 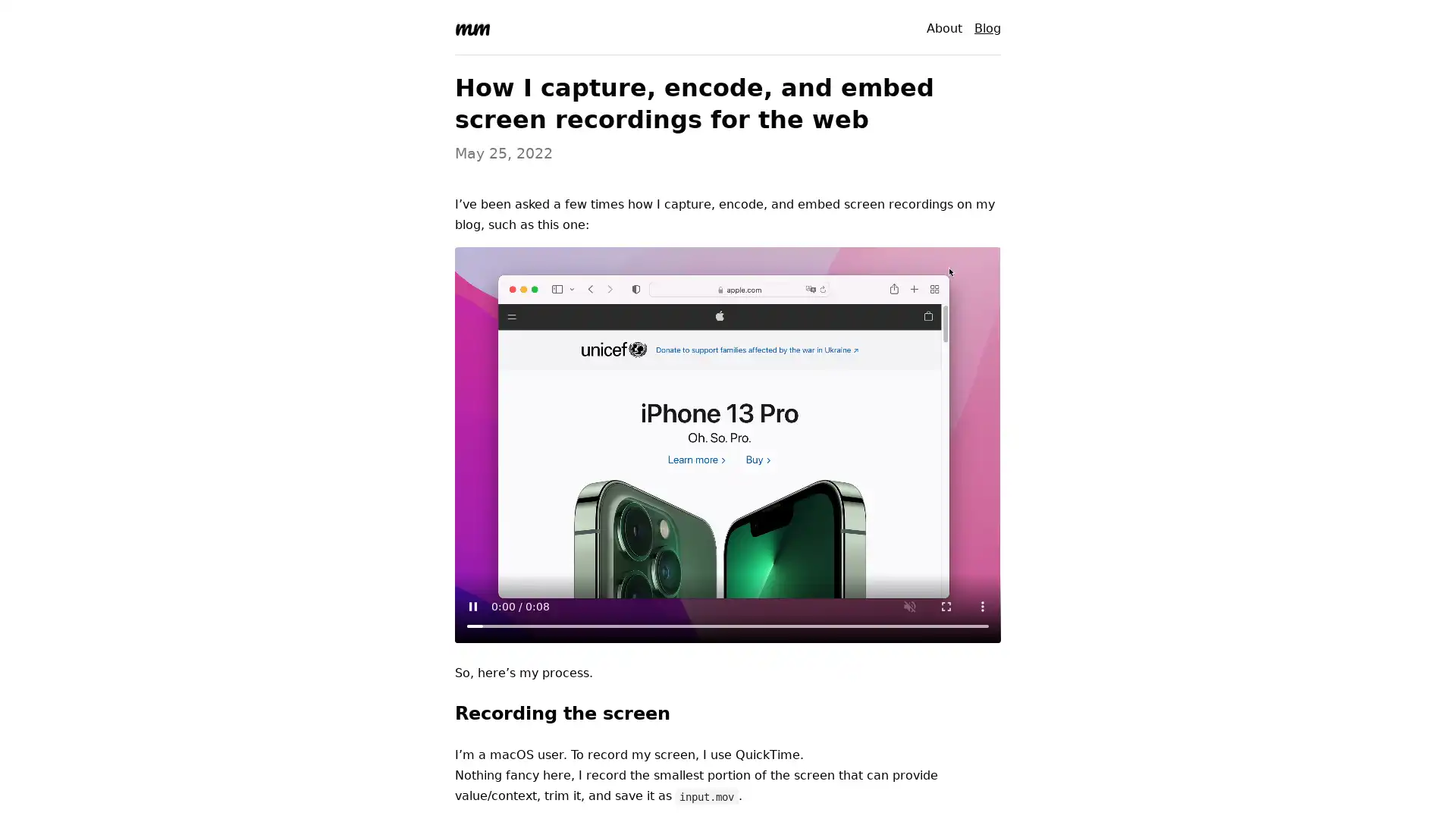 I want to click on enter full screen, so click(x=946, y=605).